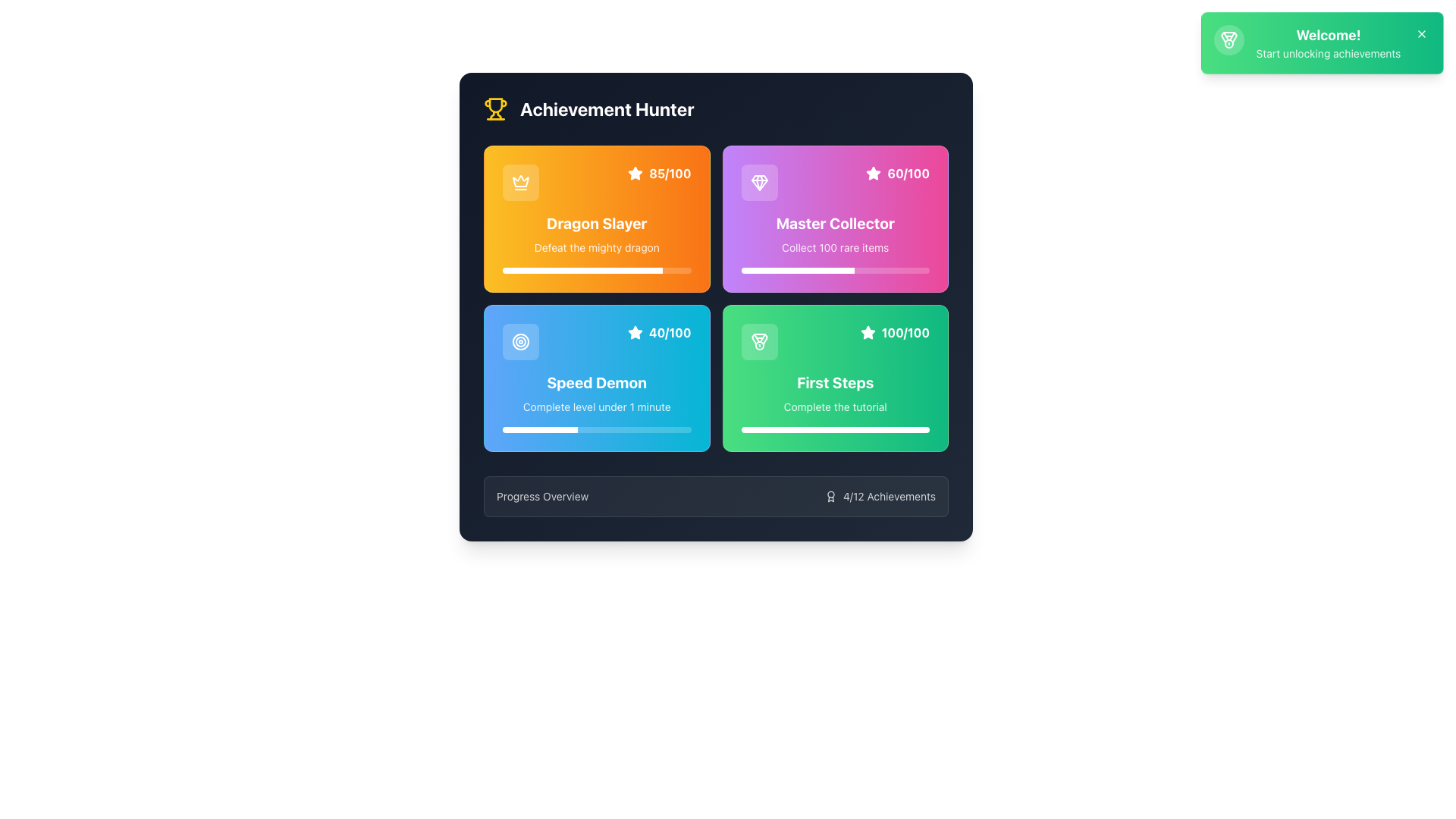 The height and width of the screenshot is (819, 1456). What do you see at coordinates (635, 172) in the screenshot?
I see `the star icon representing the 'Dragon Slayer' achievement located in the top-left corner of the grid of achievement cards, near the text '85/100'` at bounding box center [635, 172].